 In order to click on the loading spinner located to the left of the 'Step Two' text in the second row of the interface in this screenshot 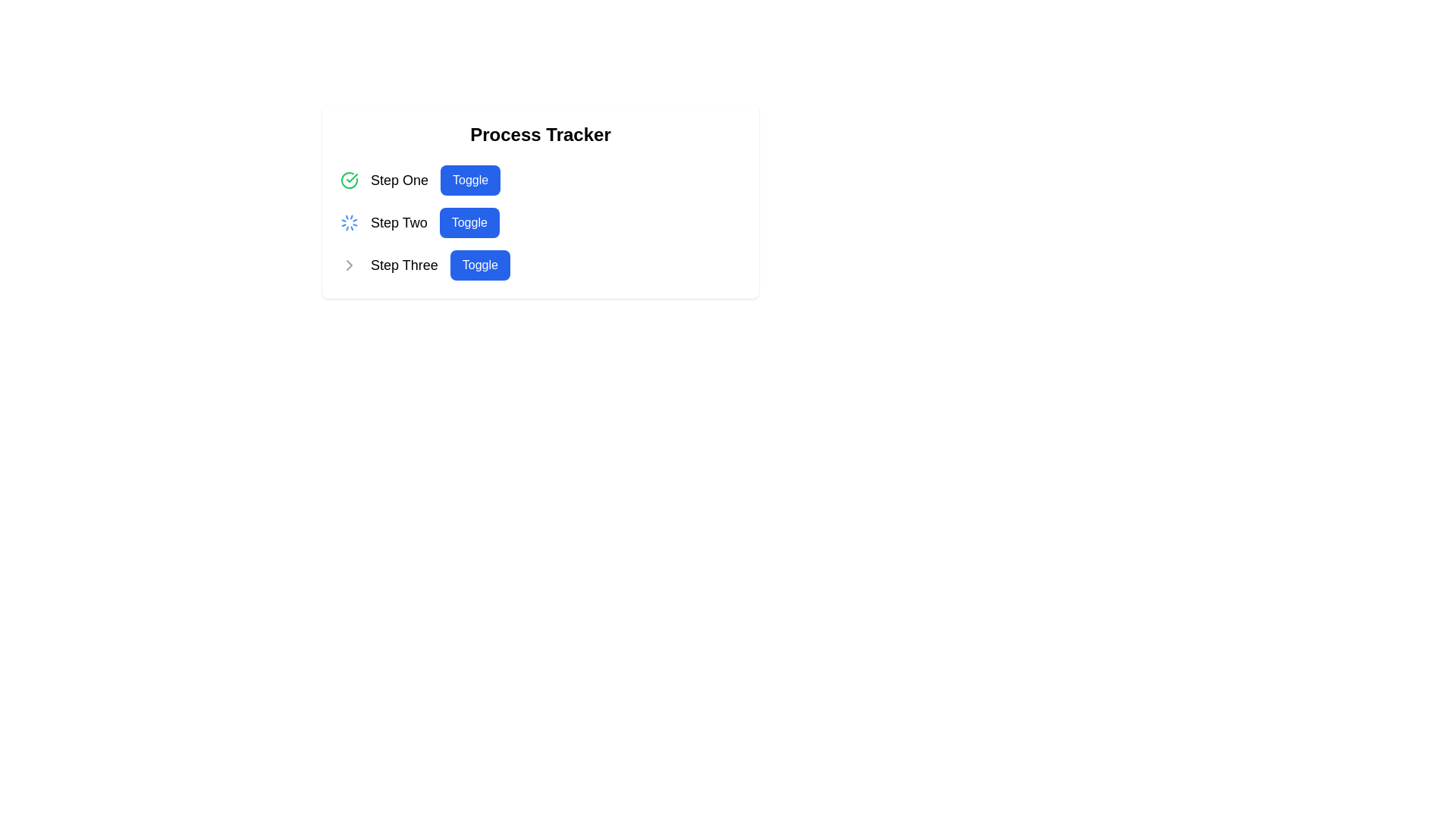, I will do `click(348, 222)`.